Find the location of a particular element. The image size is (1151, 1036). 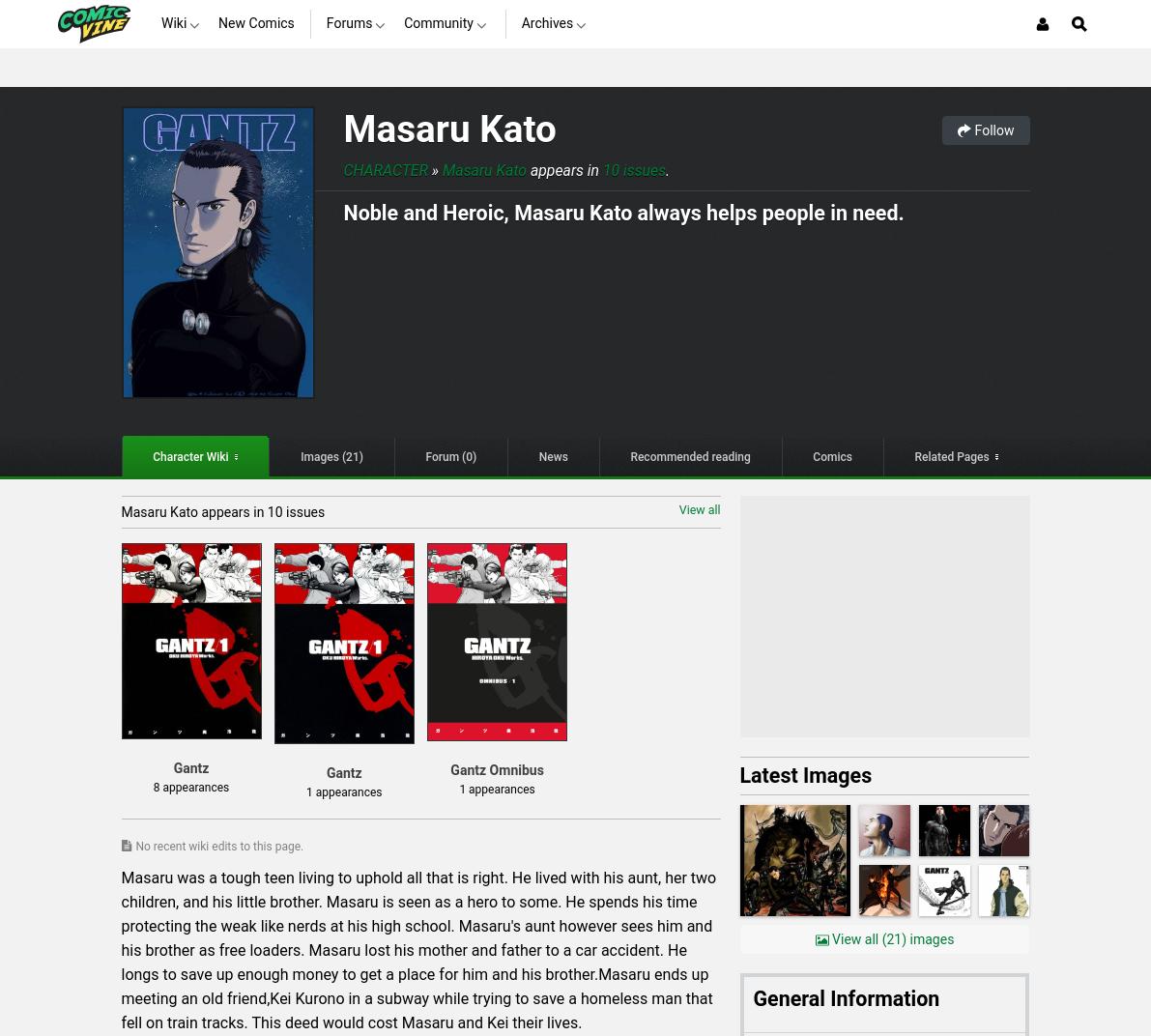

'Masaru was a tough teen living to uphold all that is right. He lived with his aunt, her two children, and his little brother. Masaru is seen as a hero to some. He spends his time protecting the weak like nerds at his high school. Masaru's aunt however sees him and his brother as free loaders. Masaru lost his mother and father to a car accident. He longs to save up enough money to get a place for him and his brother.Masaru ends up meeting an old friend,Kei Kurono in a subway while trying to save a homeless man that fell on train tracks. This deed would cost Masaru and Kei their lives.' is located at coordinates (417, 948).